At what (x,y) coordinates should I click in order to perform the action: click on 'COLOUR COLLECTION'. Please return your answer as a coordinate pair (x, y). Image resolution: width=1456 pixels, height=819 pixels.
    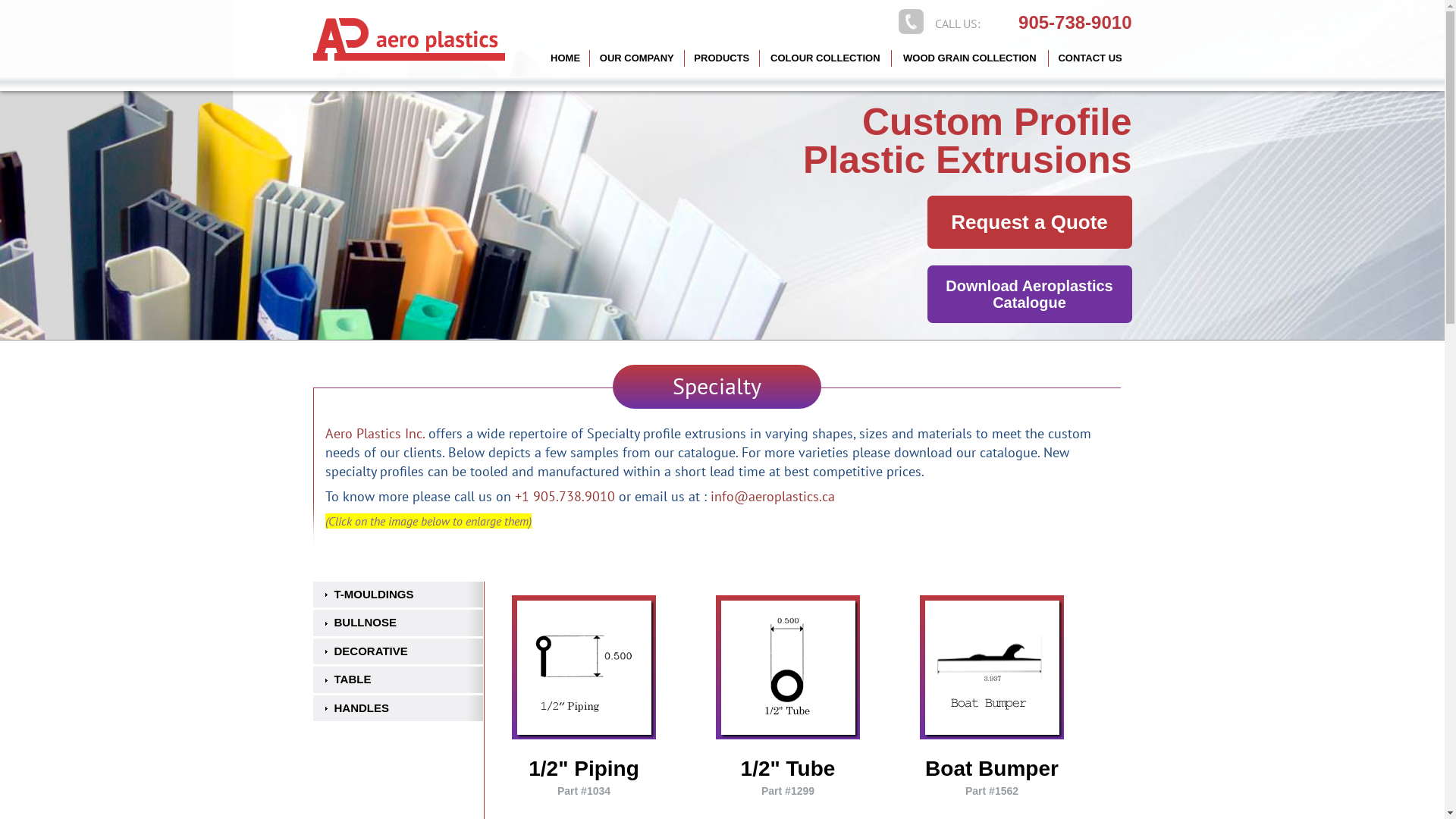
    Looking at the image, I should click on (825, 58).